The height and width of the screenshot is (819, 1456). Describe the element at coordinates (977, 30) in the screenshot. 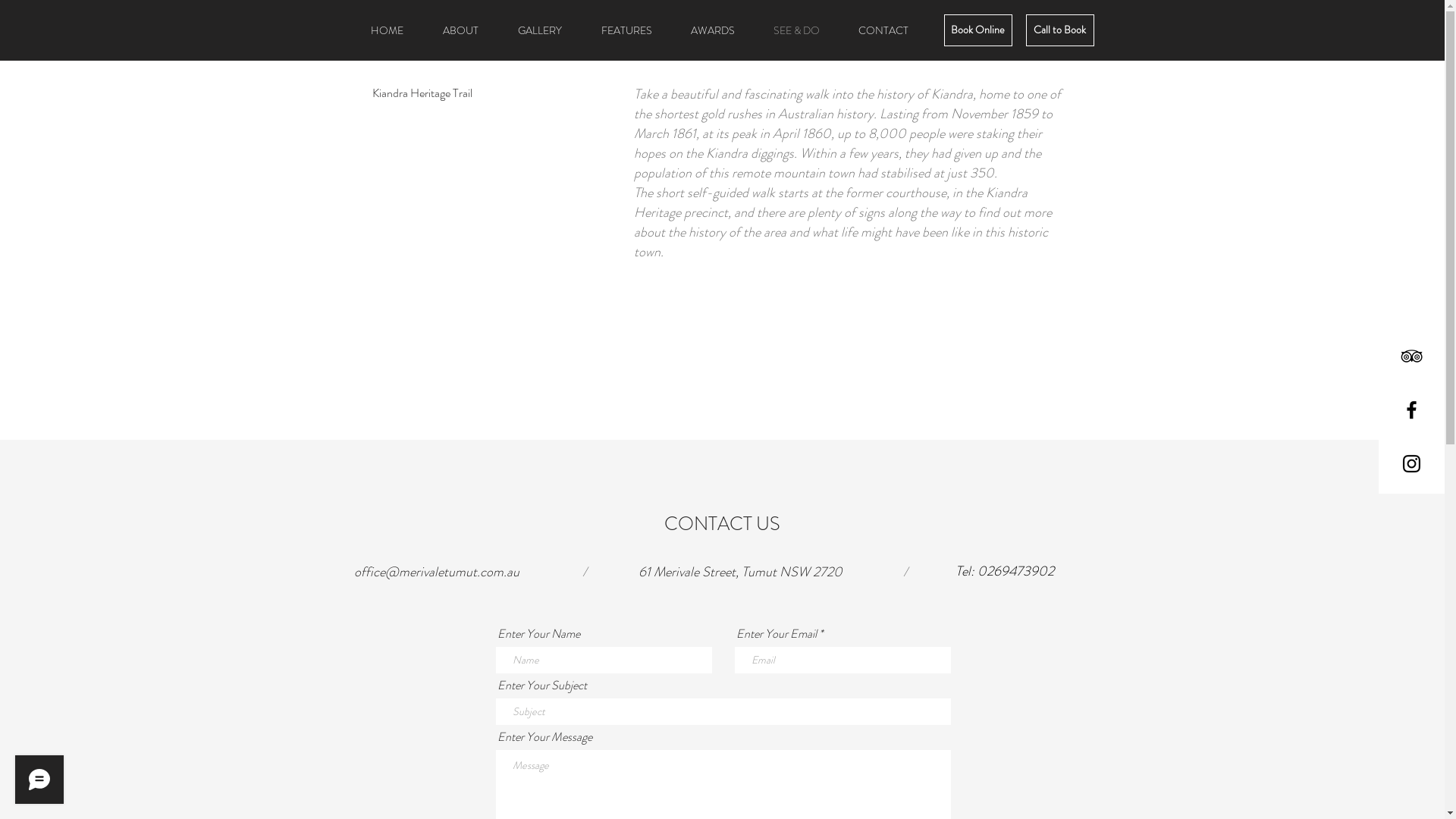

I see `'Book Online'` at that location.